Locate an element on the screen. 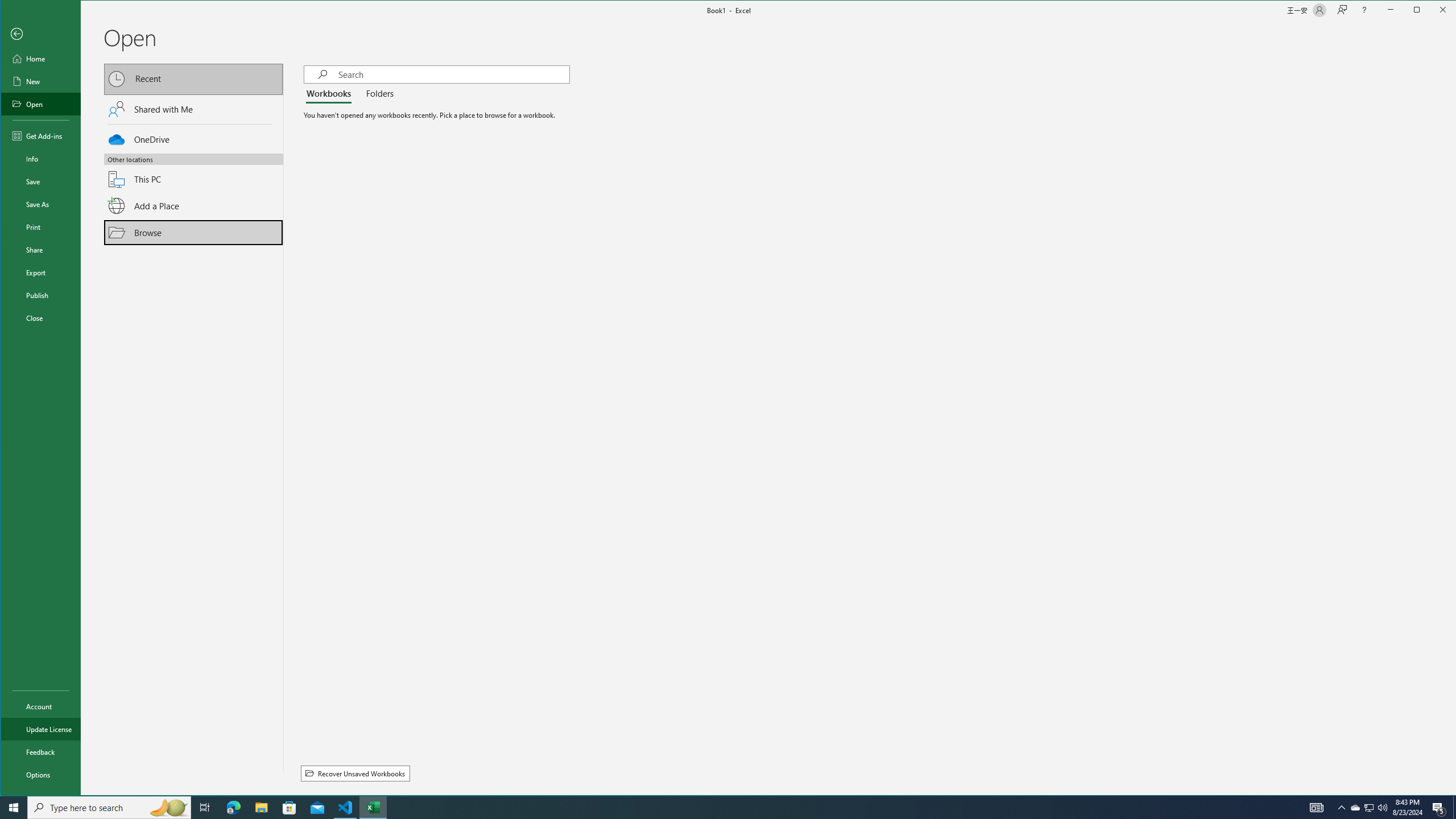 This screenshot has width=1456, height=819. 'Options' is located at coordinates (40, 775).